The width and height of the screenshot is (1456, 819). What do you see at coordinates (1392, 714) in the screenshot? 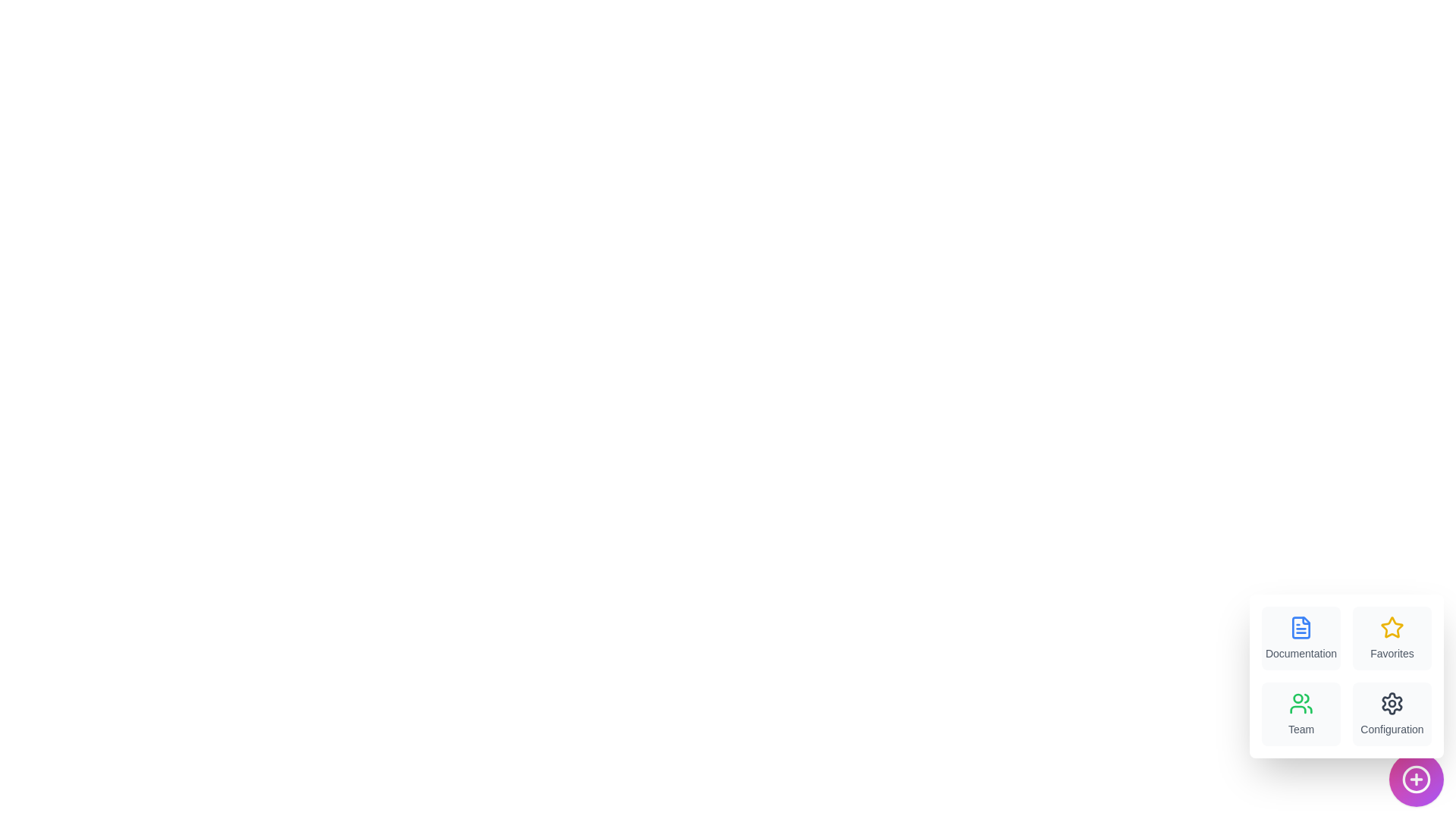
I see `the menu item labeled Configuration to view its hover effect` at bounding box center [1392, 714].